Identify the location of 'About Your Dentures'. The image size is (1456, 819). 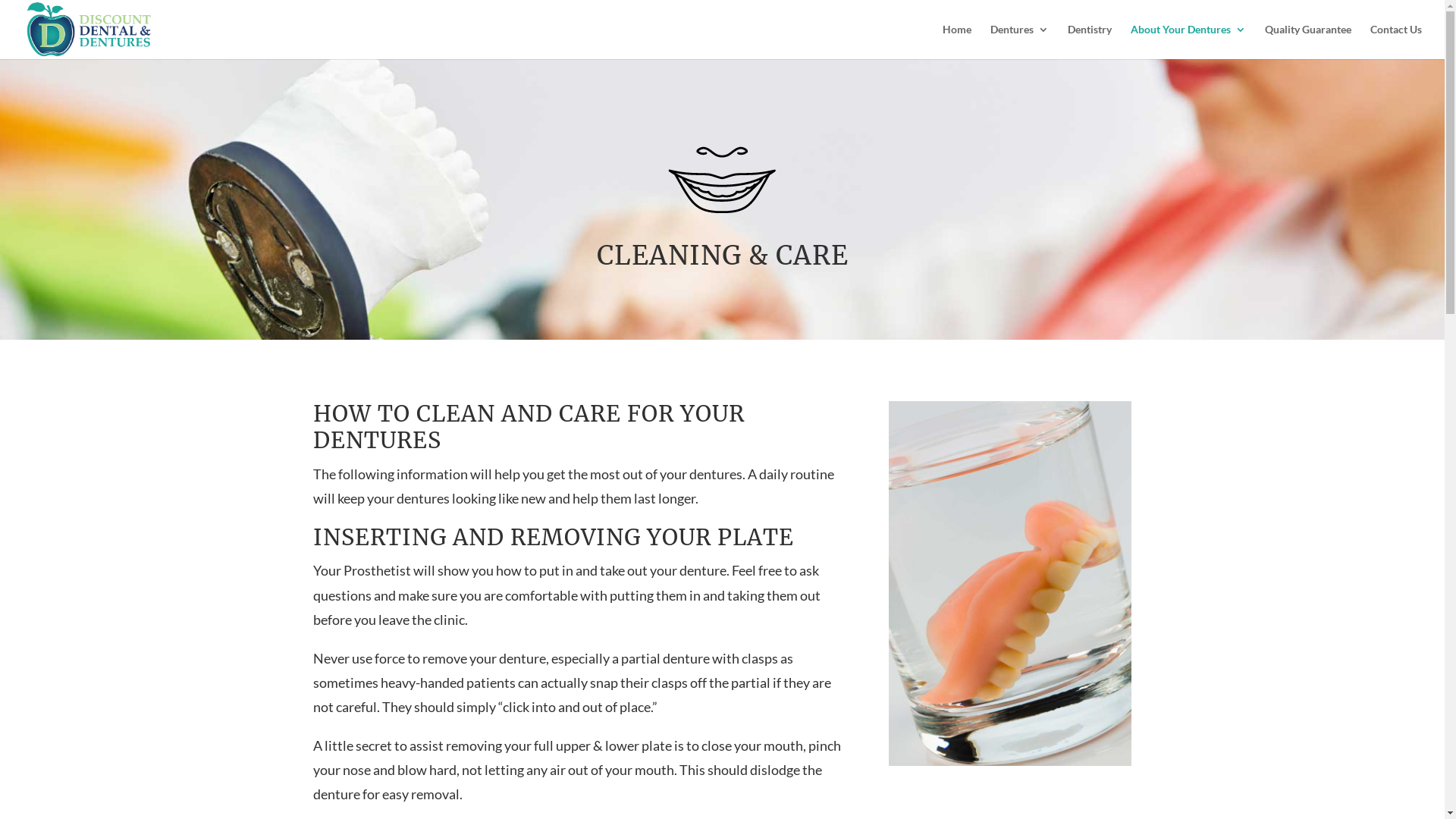
(1187, 40).